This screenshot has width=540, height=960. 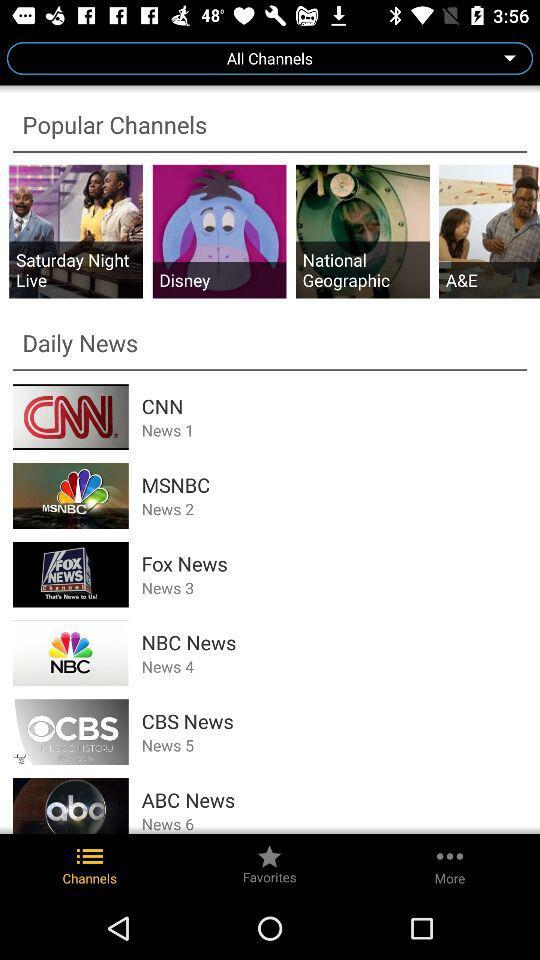 What do you see at coordinates (334, 823) in the screenshot?
I see `the app below the abc news app` at bounding box center [334, 823].